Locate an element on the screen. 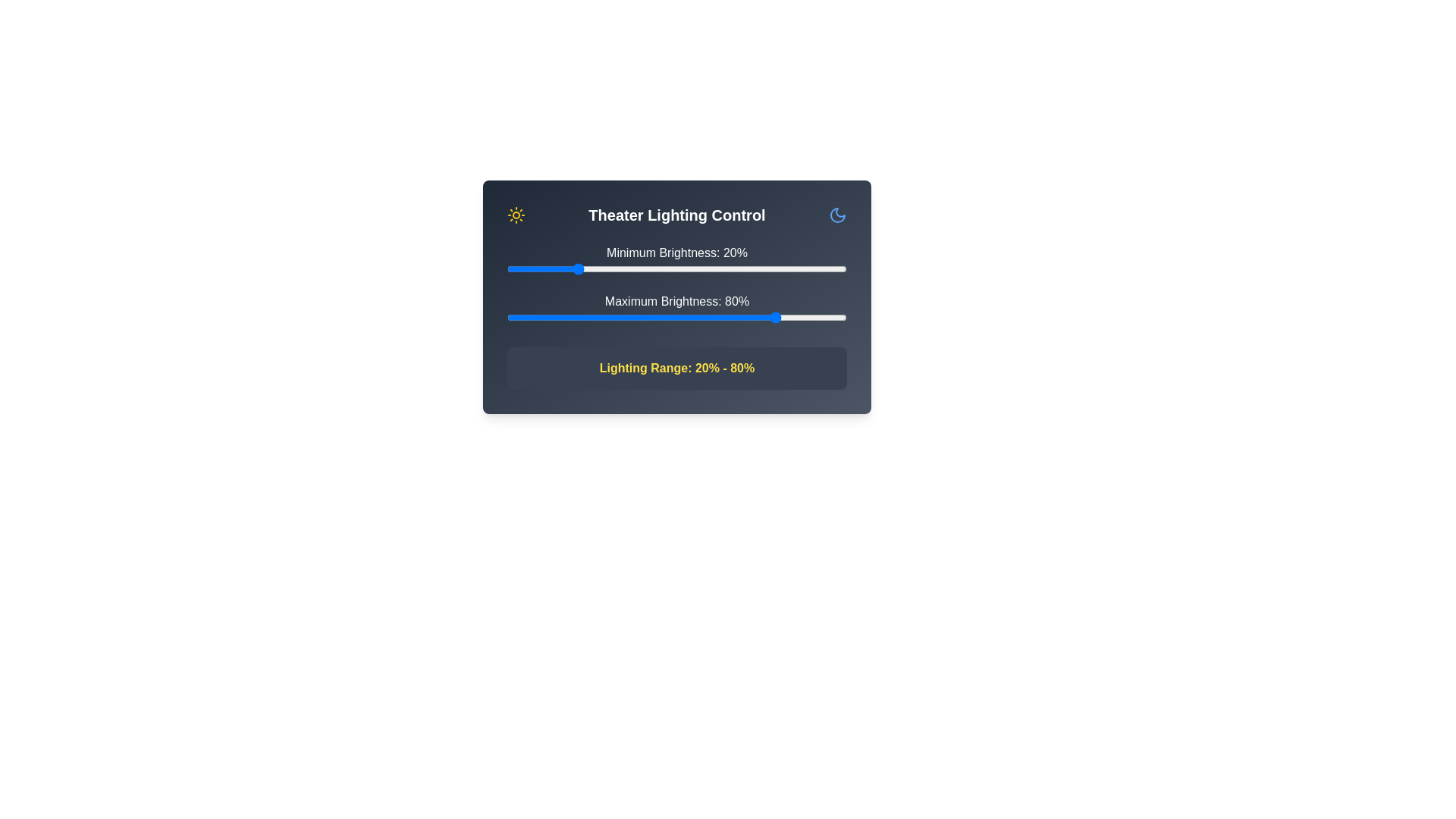  the minimum brightness to 18% by interacting with the slider is located at coordinates (567, 268).